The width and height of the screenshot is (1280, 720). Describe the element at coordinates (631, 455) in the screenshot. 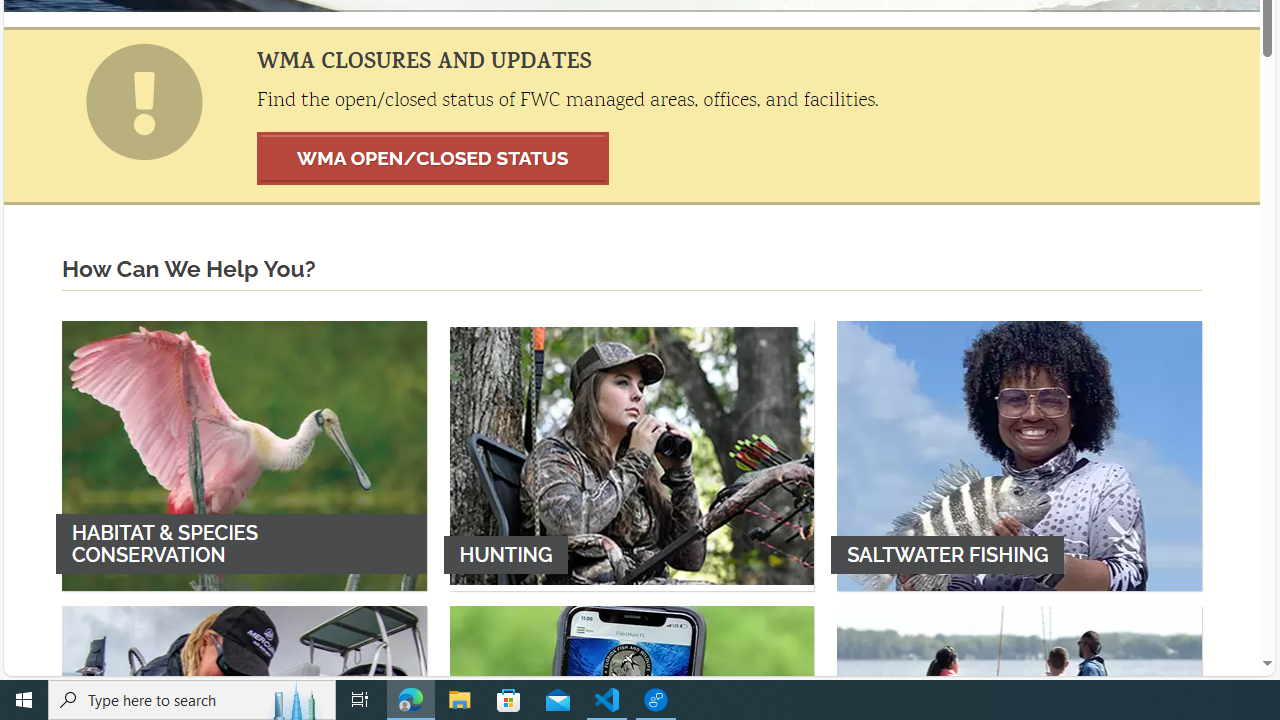

I see `'HUNTING'` at that location.